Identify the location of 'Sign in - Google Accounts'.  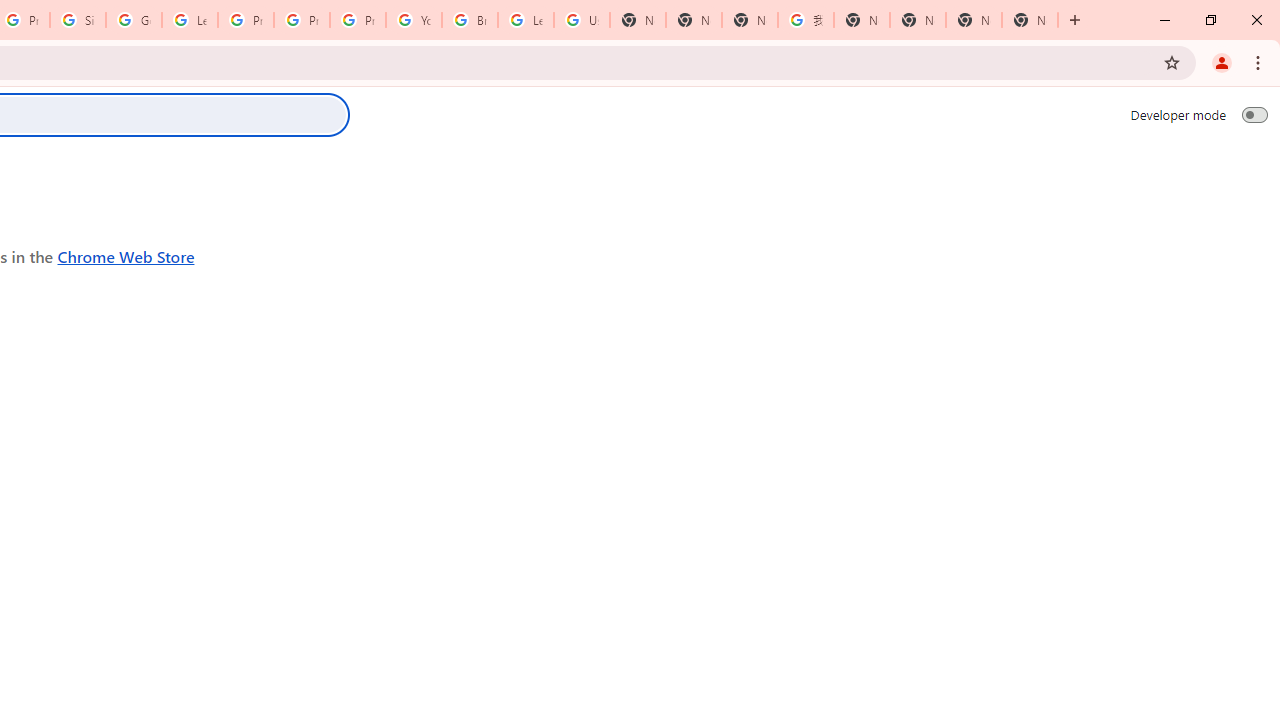
(78, 20).